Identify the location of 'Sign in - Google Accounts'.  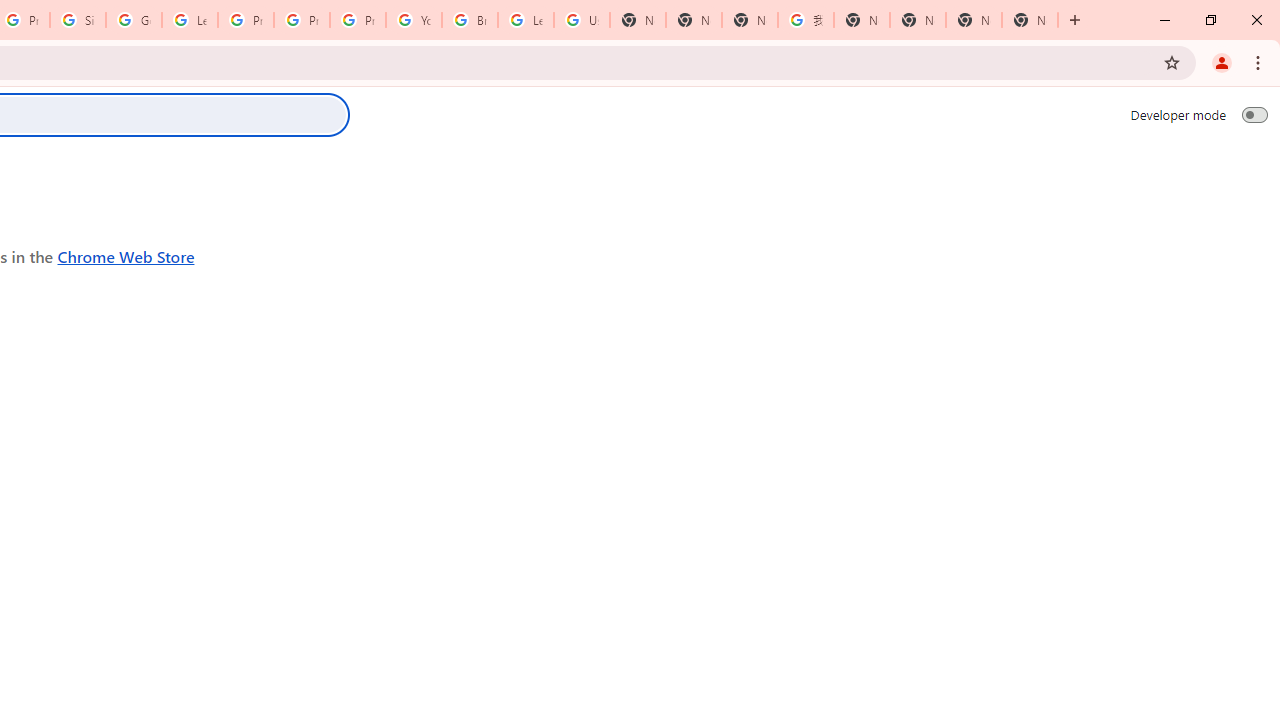
(78, 20).